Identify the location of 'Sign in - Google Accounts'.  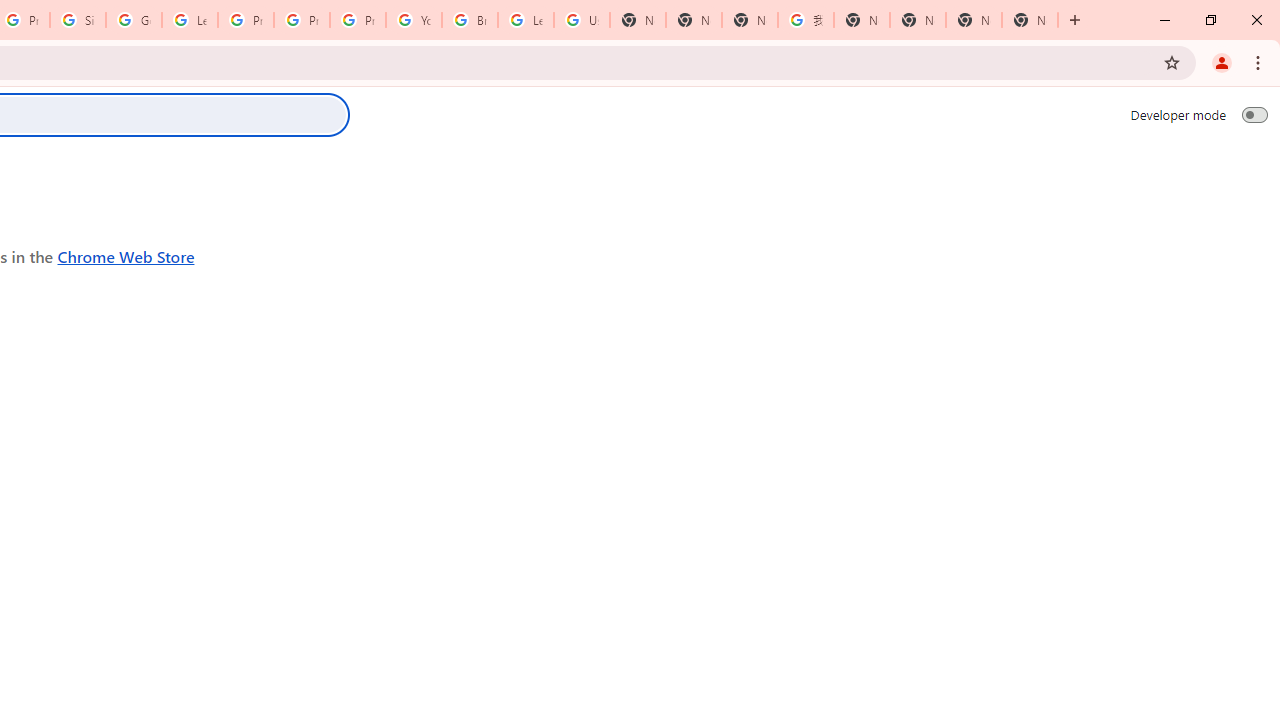
(78, 20).